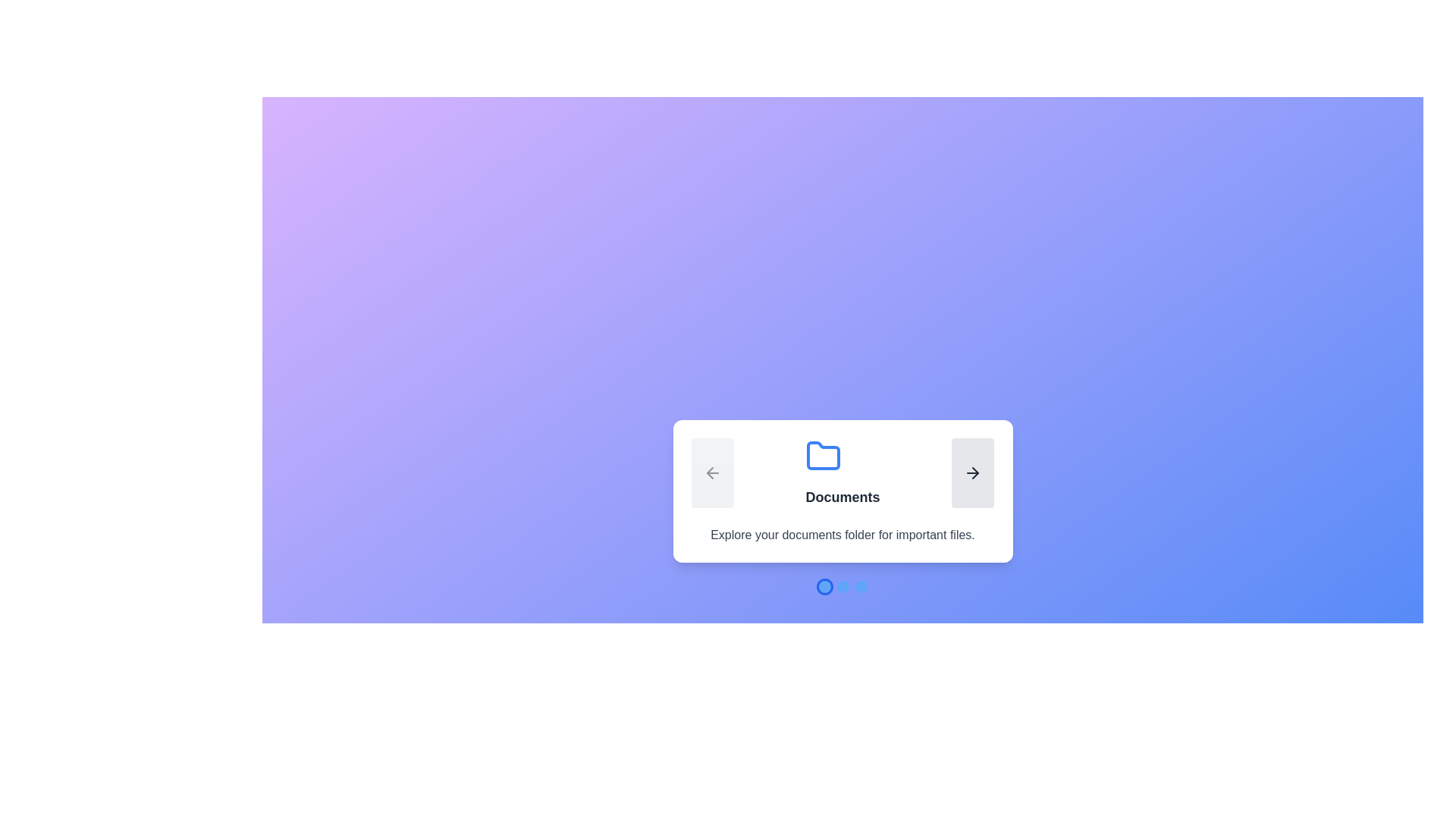 The width and height of the screenshot is (1456, 819). I want to click on right navigation button to proceed to the next step, so click(972, 472).